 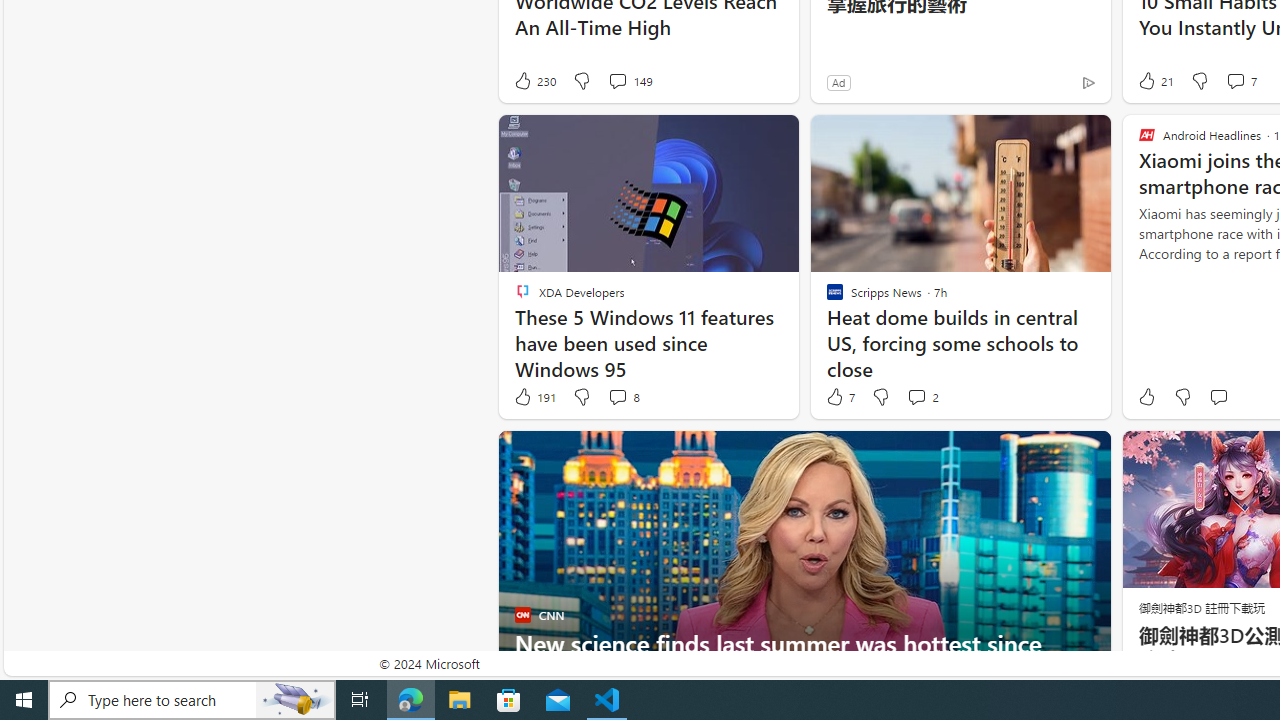 What do you see at coordinates (622, 397) in the screenshot?
I see `'View comments 8 Comment'` at bounding box center [622, 397].